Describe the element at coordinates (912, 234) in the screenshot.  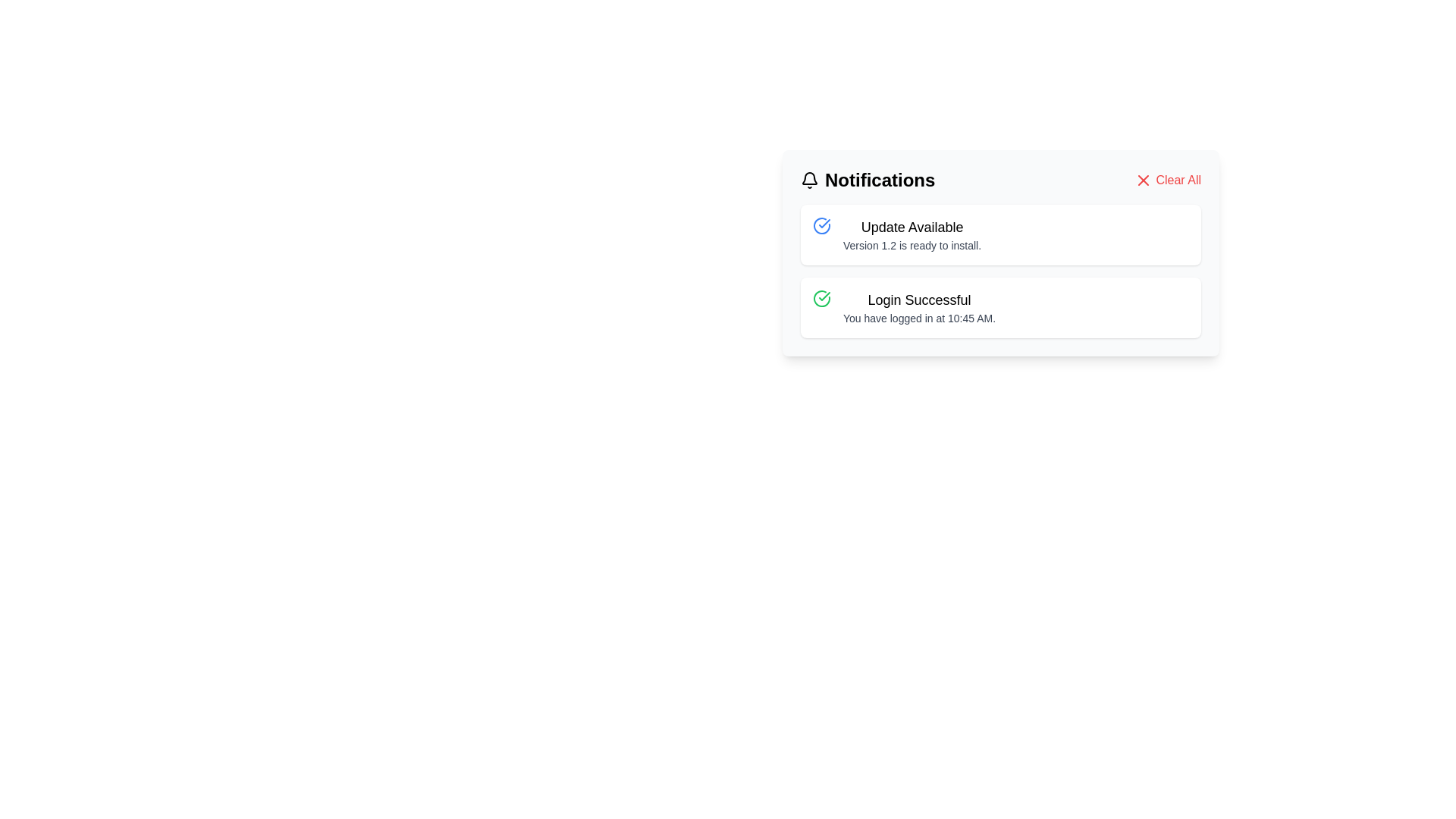
I see `informational message about the availability of the update, Version 1.2, displayed in the first notification card of the notifications panel` at that location.